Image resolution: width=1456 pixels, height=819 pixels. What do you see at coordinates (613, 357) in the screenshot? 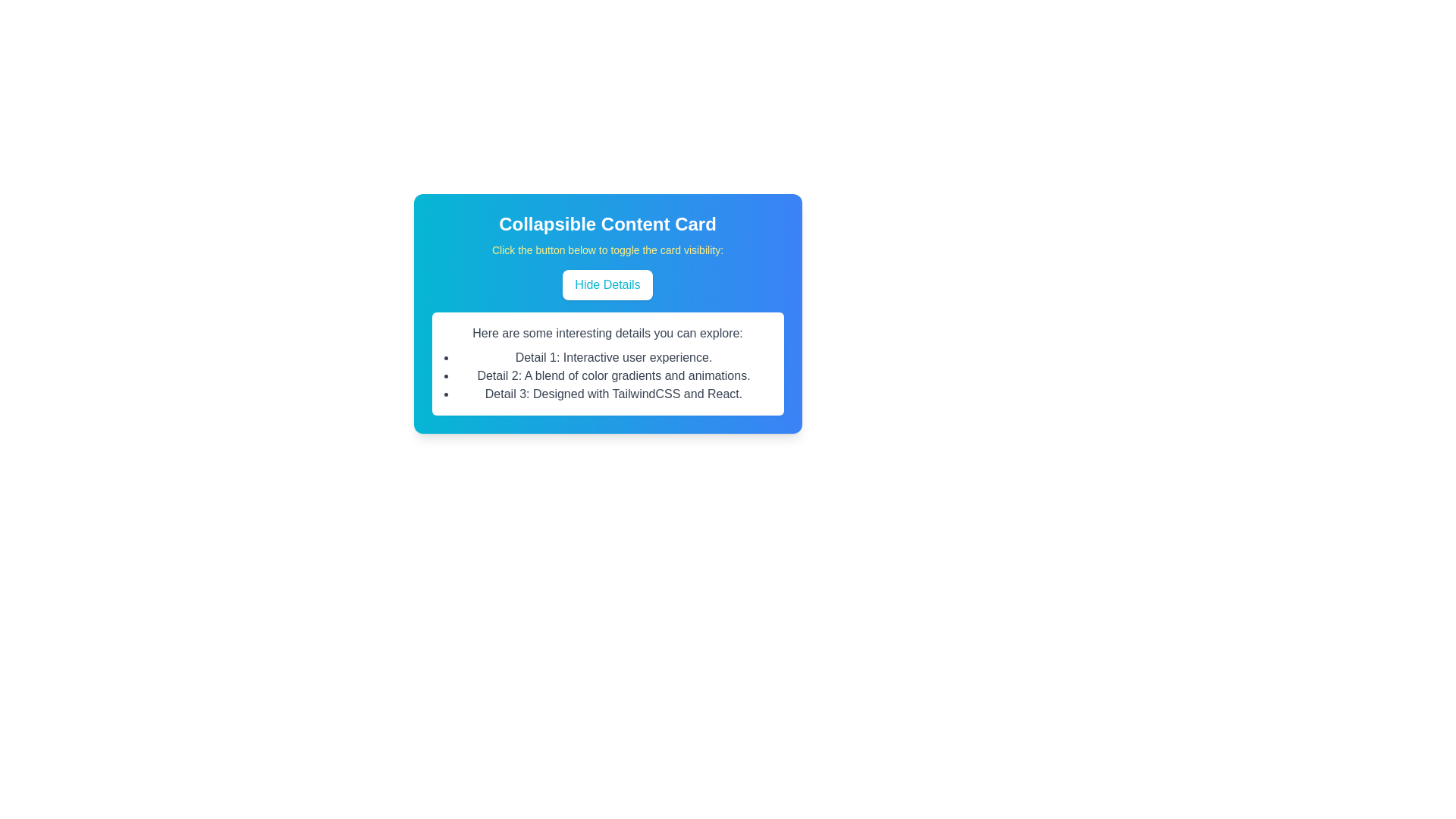
I see `the text element that displays 'Detail 1: Interactive user experience.' which is the first item in a bulleted list within a white content box against a blue background` at bounding box center [613, 357].